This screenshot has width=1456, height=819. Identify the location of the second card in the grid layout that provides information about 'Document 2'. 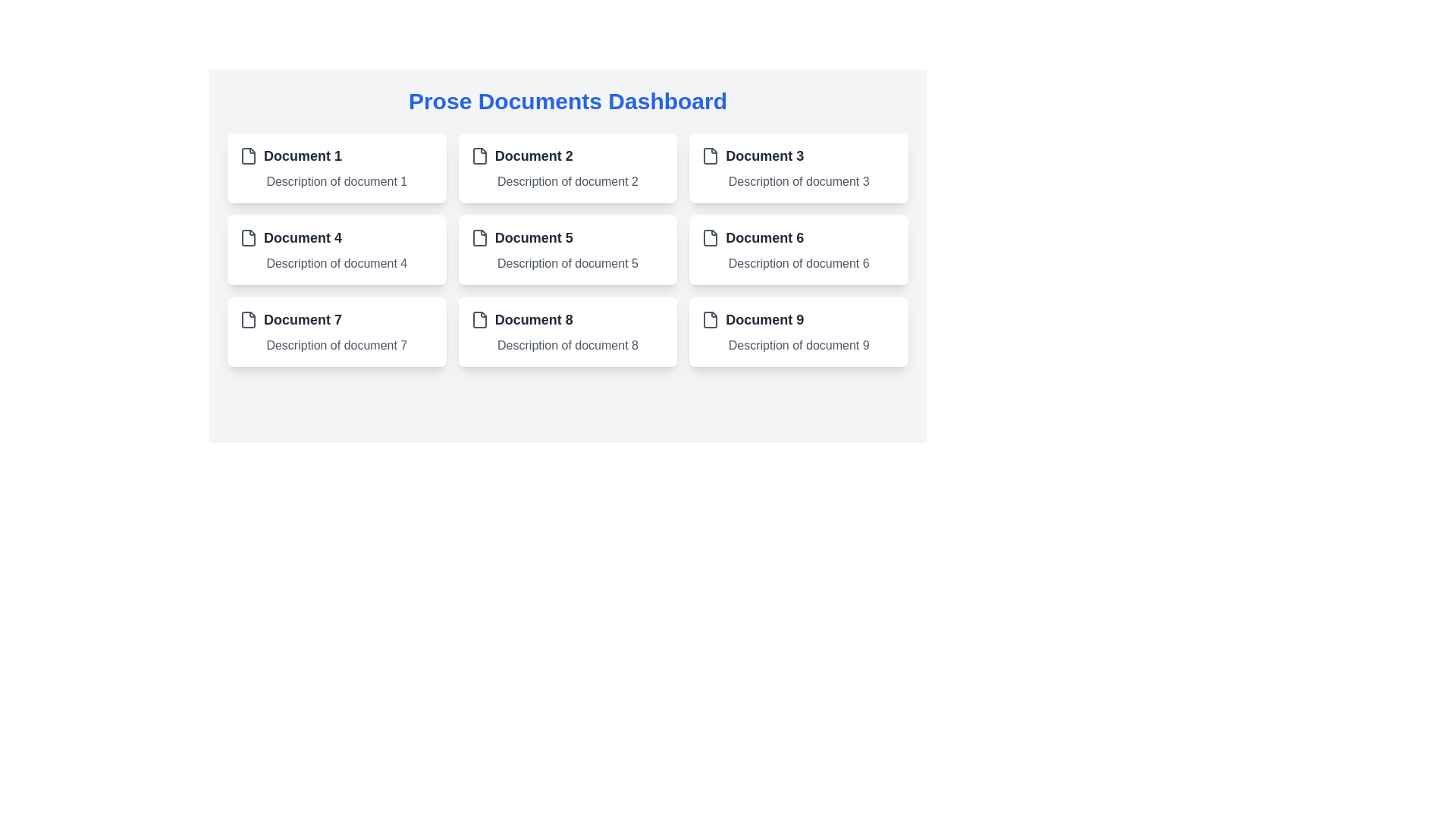
(566, 168).